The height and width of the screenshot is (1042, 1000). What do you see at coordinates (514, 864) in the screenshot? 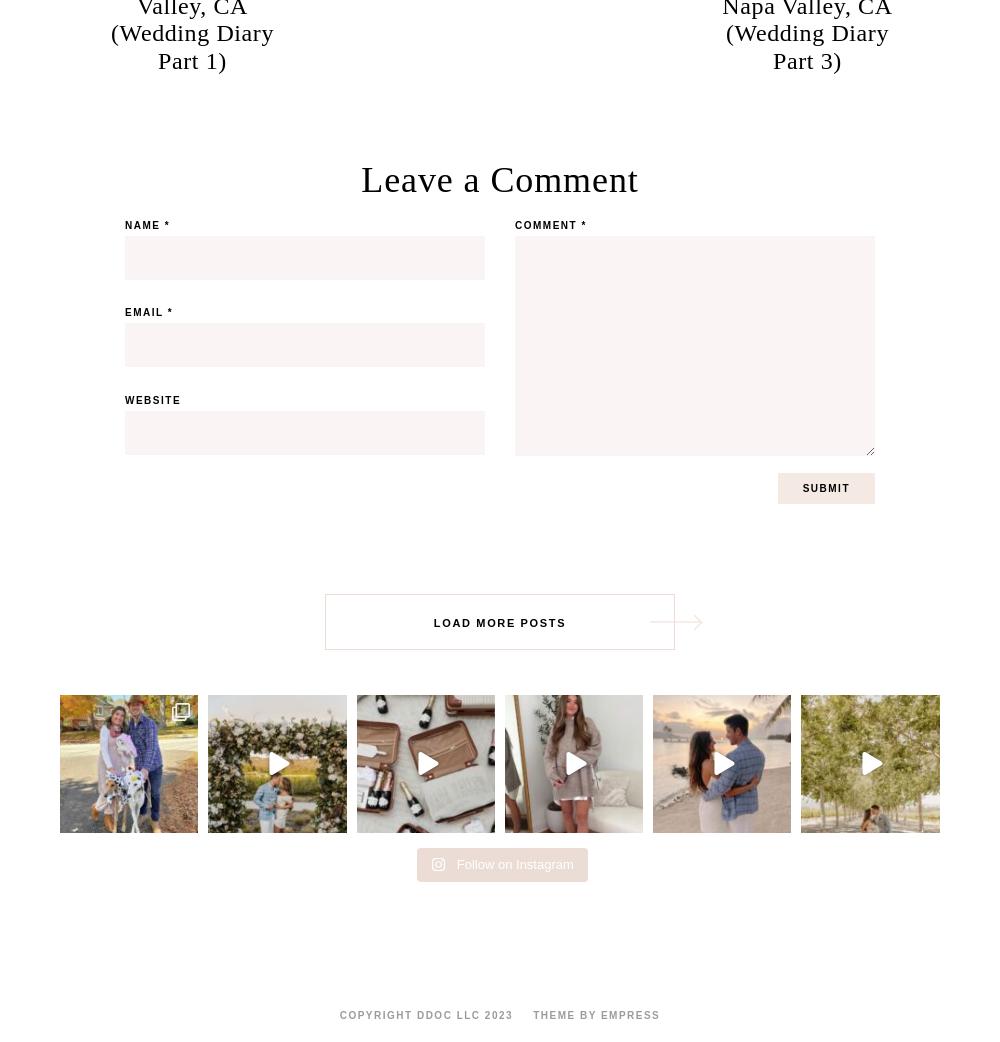
I see `'Follow on Instagram'` at bounding box center [514, 864].